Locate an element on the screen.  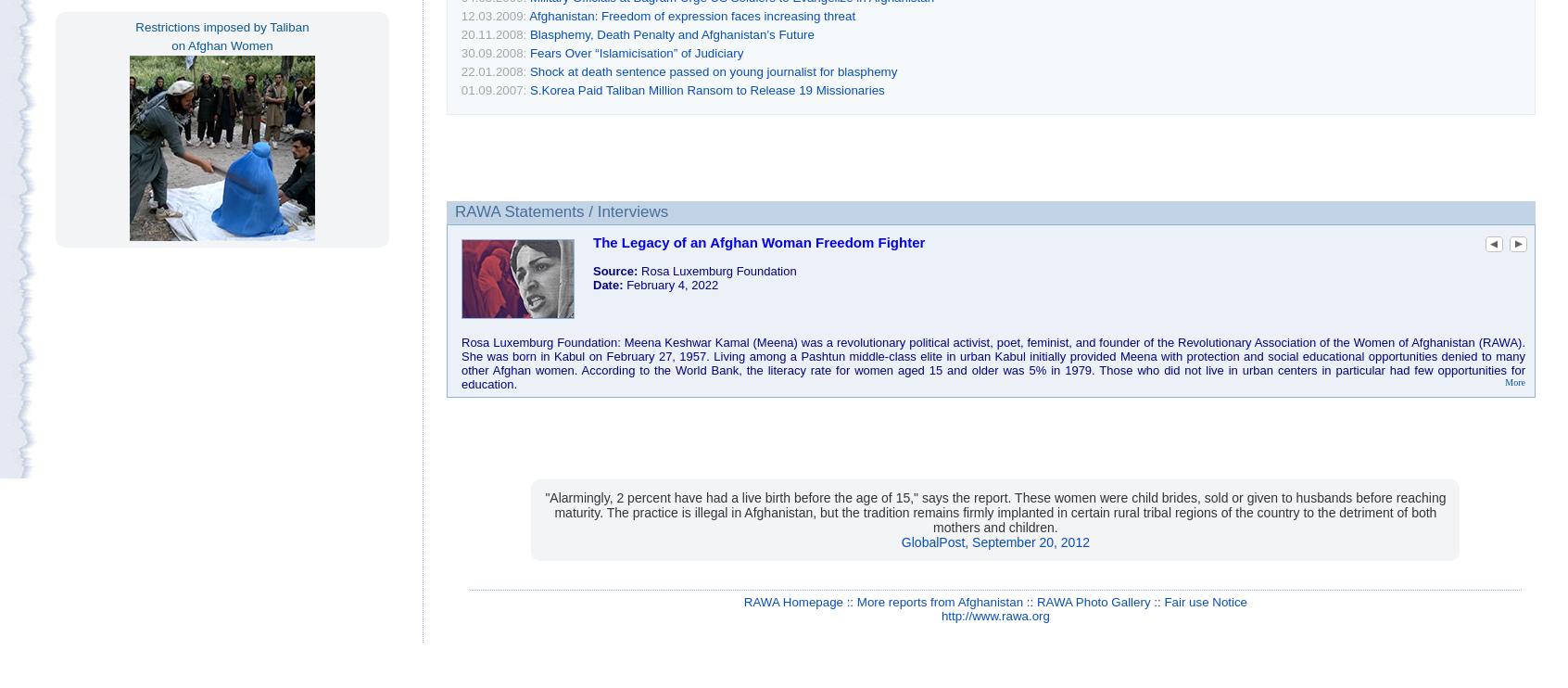
'"Alarmingly, 2 percent have had a live birth before the age of 15," says the report. These women were child brides, sold or given to husbands before reaching maturity. The practice is illegal in Afghanistan, but the tradition remains firmly implanted in certain rural tribal regions of the country to the detriment of both mothers and children.' is located at coordinates (995, 512).